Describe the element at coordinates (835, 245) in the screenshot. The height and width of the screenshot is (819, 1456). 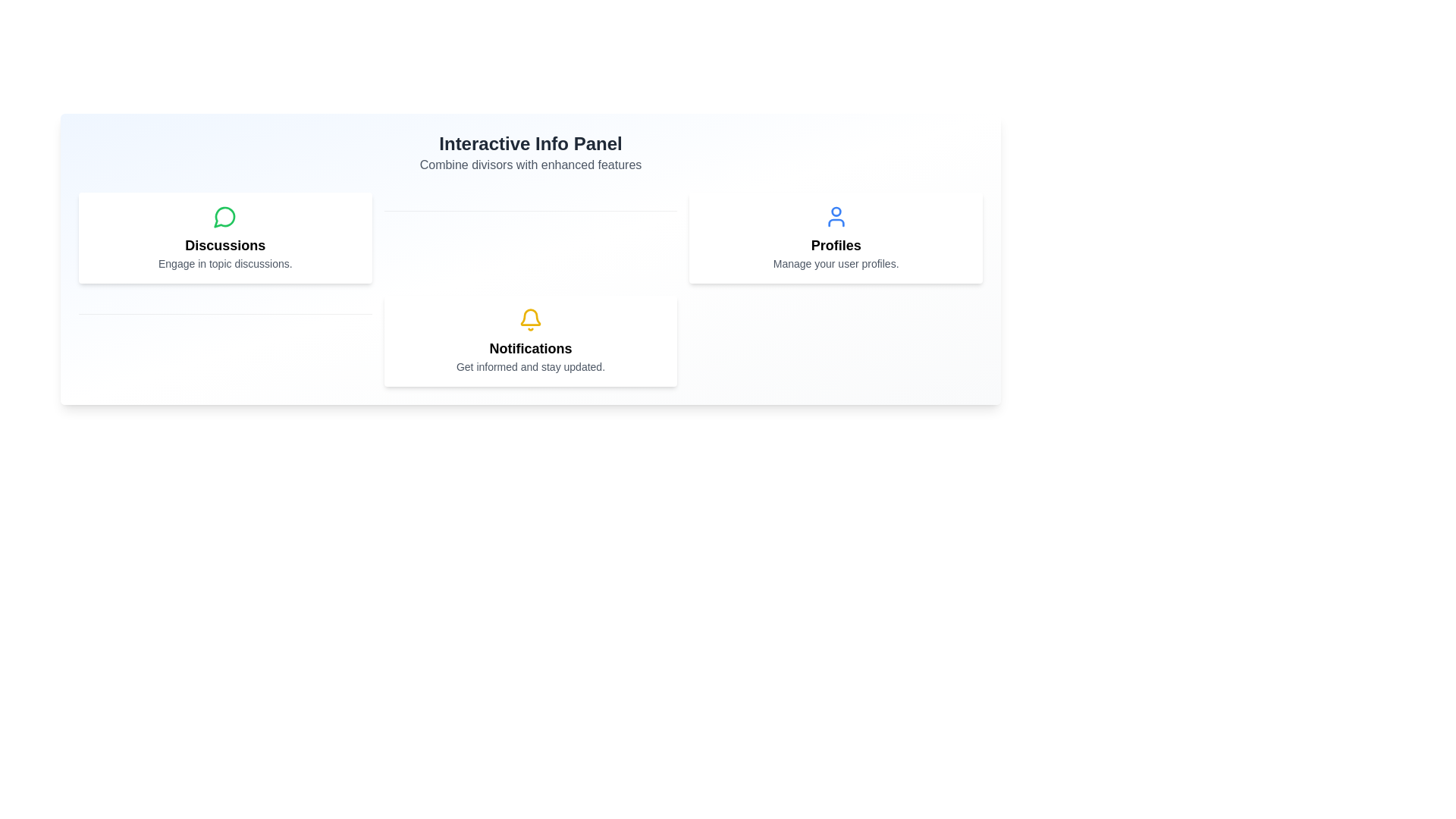
I see `header text indicating the purpose of the 'Profiles' section, positioned below the user profile icon and above the text 'Manage your user profiles.'` at that location.